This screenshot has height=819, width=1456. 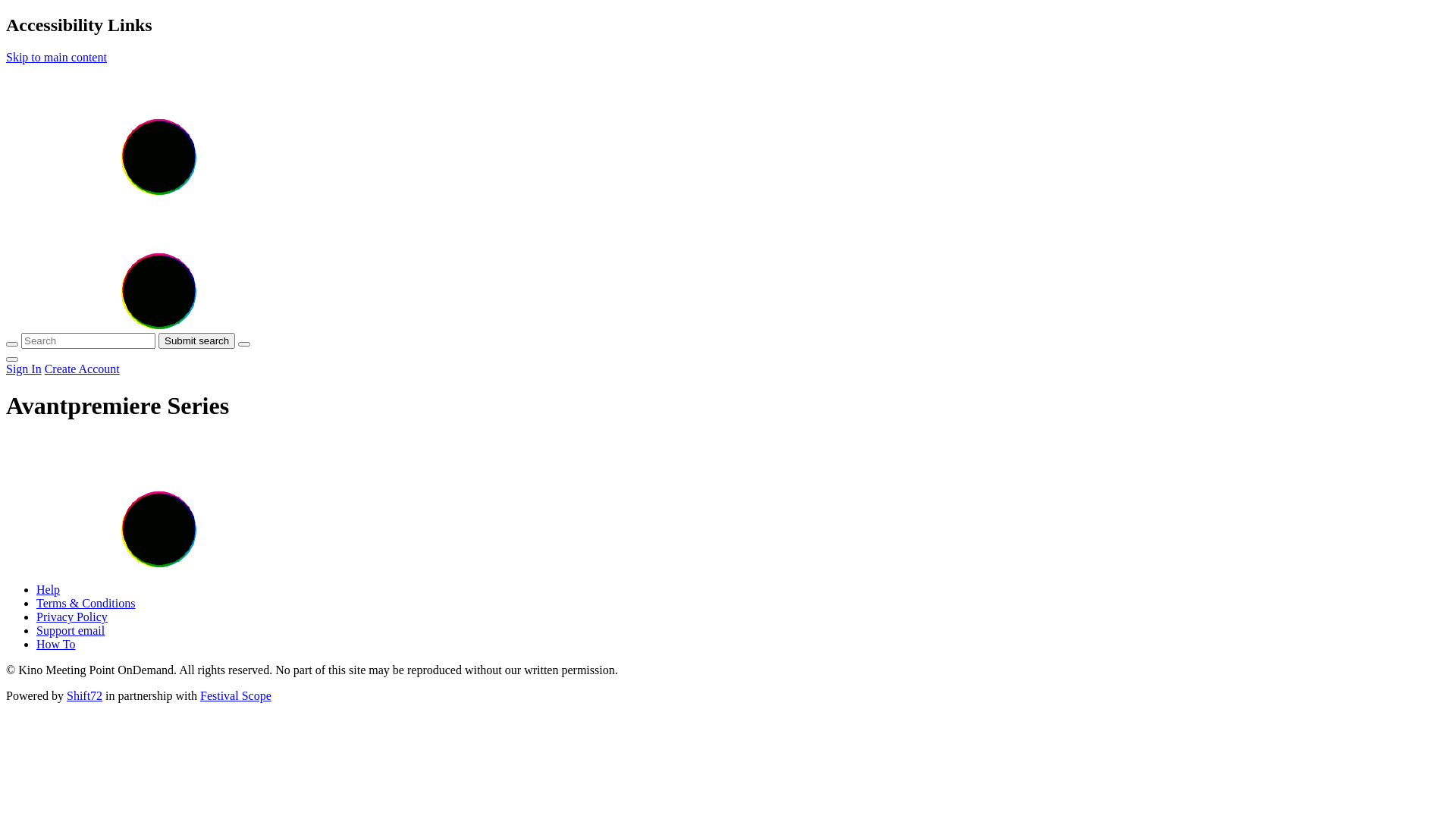 What do you see at coordinates (235, 695) in the screenshot?
I see `'Festival Scope'` at bounding box center [235, 695].